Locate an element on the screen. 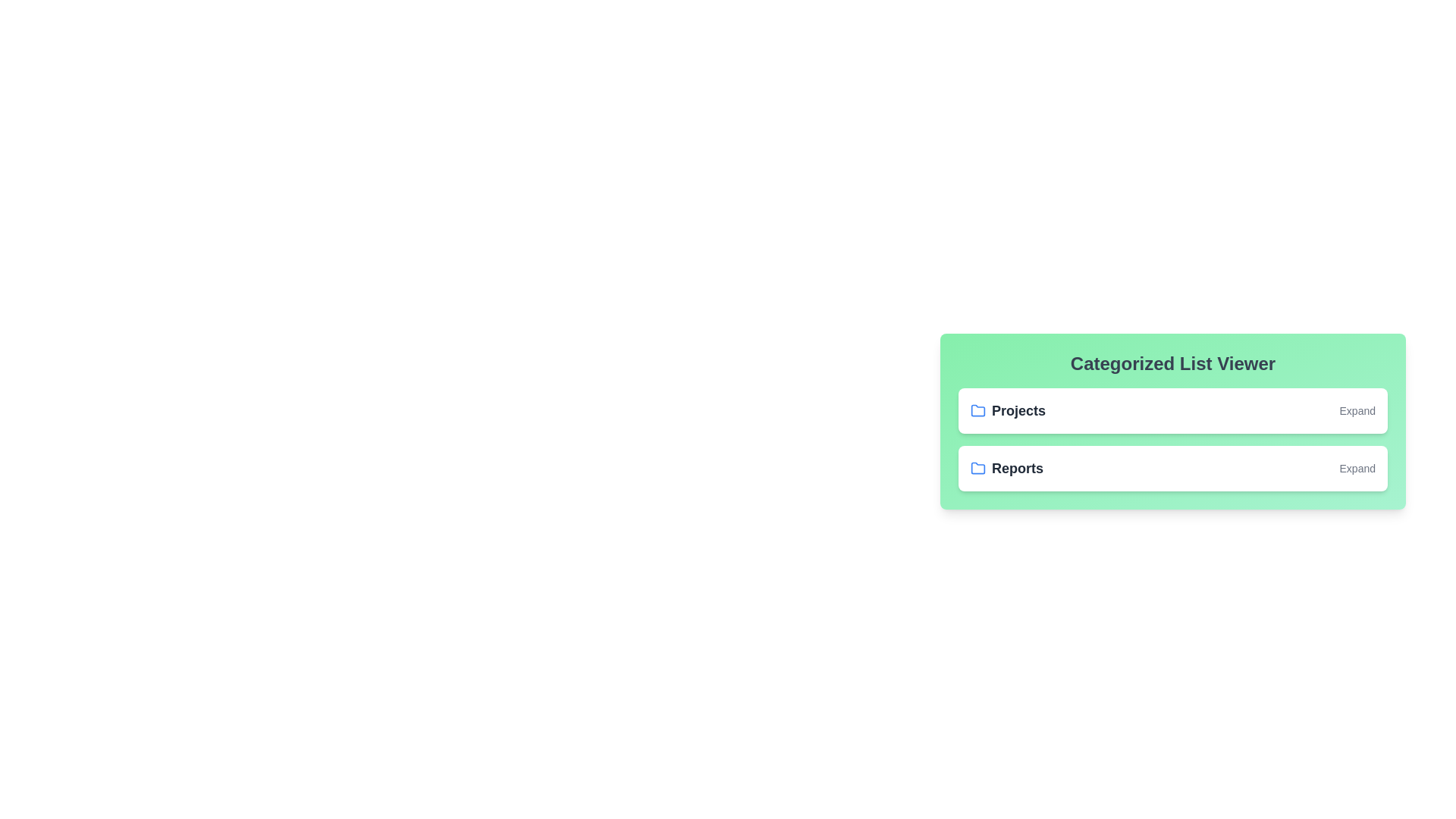 The width and height of the screenshot is (1456, 819). the category name Projects to toggle its expansion is located at coordinates (1018, 411).